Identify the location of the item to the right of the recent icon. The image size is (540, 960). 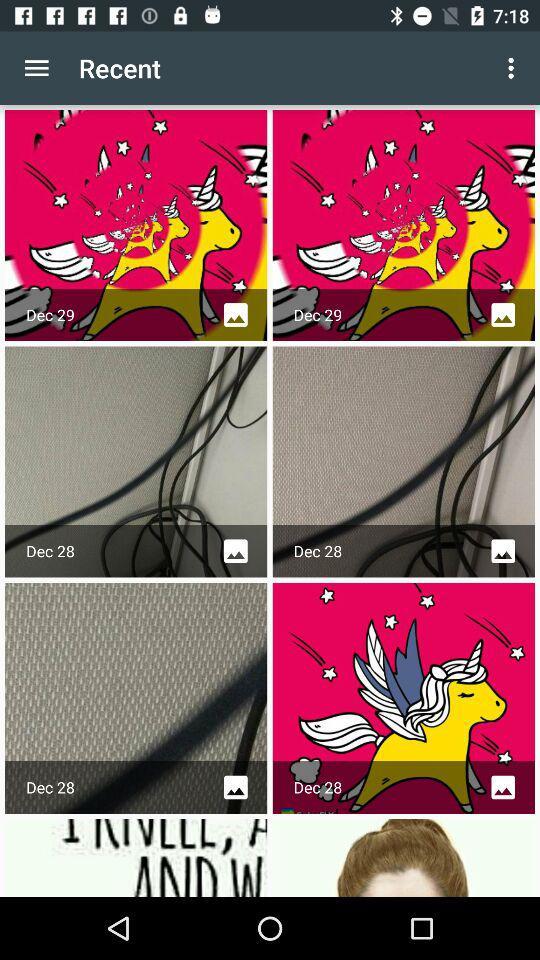
(513, 68).